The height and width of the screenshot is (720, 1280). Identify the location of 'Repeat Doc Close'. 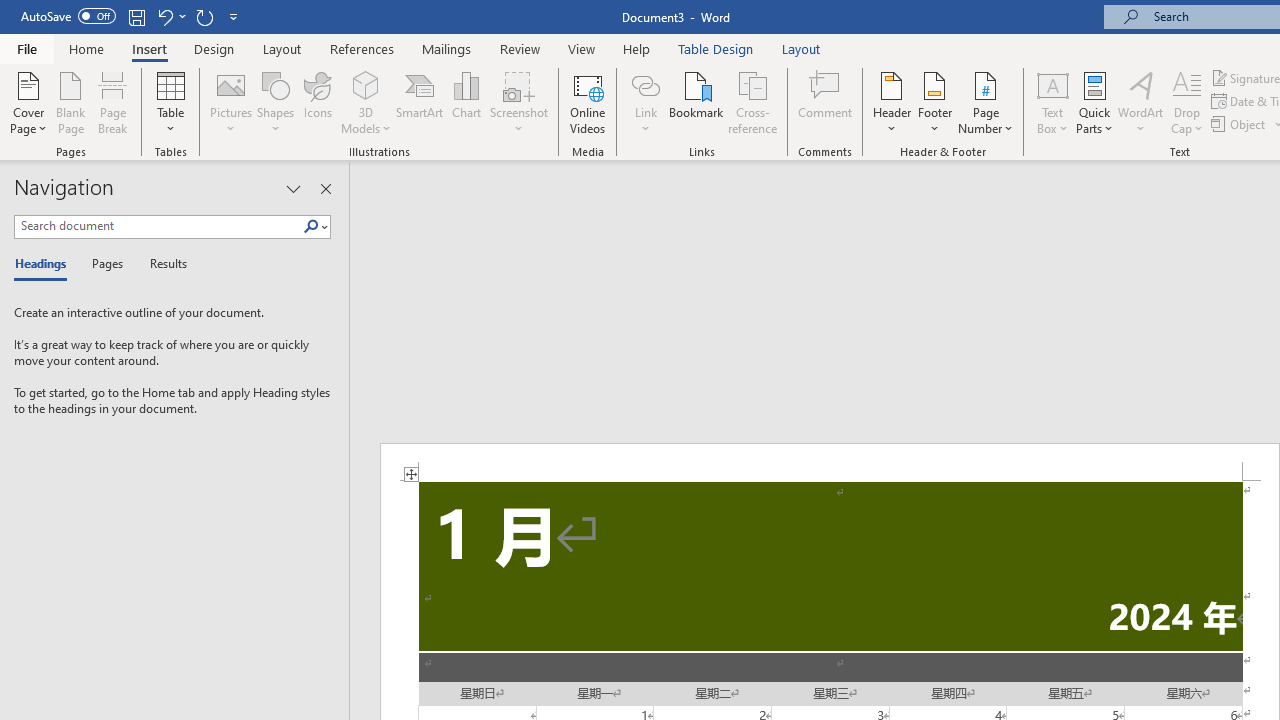
(204, 16).